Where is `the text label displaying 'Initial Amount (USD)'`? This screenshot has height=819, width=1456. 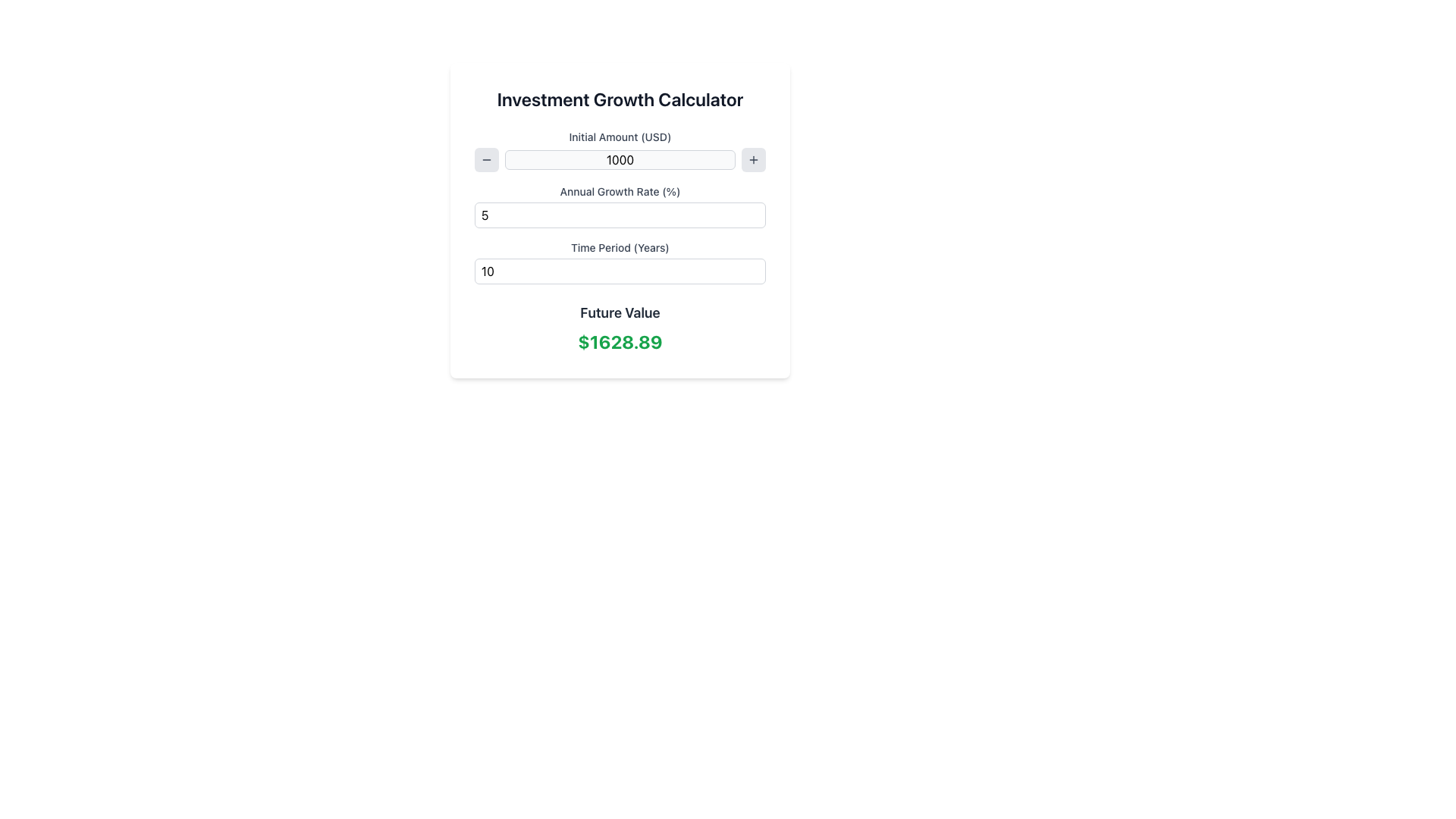 the text label displaying 'Initial Amount (USD)' is located at coordinates (620, 137).